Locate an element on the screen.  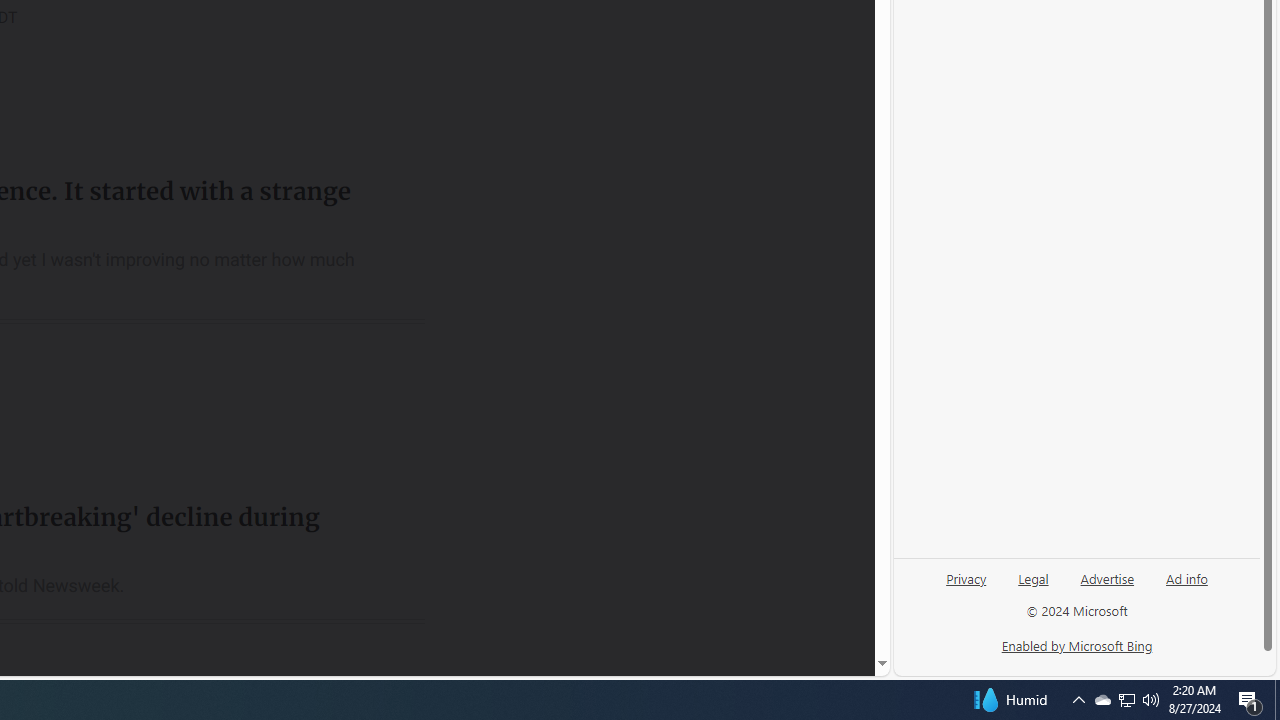
'Ad info' is located at coordinates (1186, 585).